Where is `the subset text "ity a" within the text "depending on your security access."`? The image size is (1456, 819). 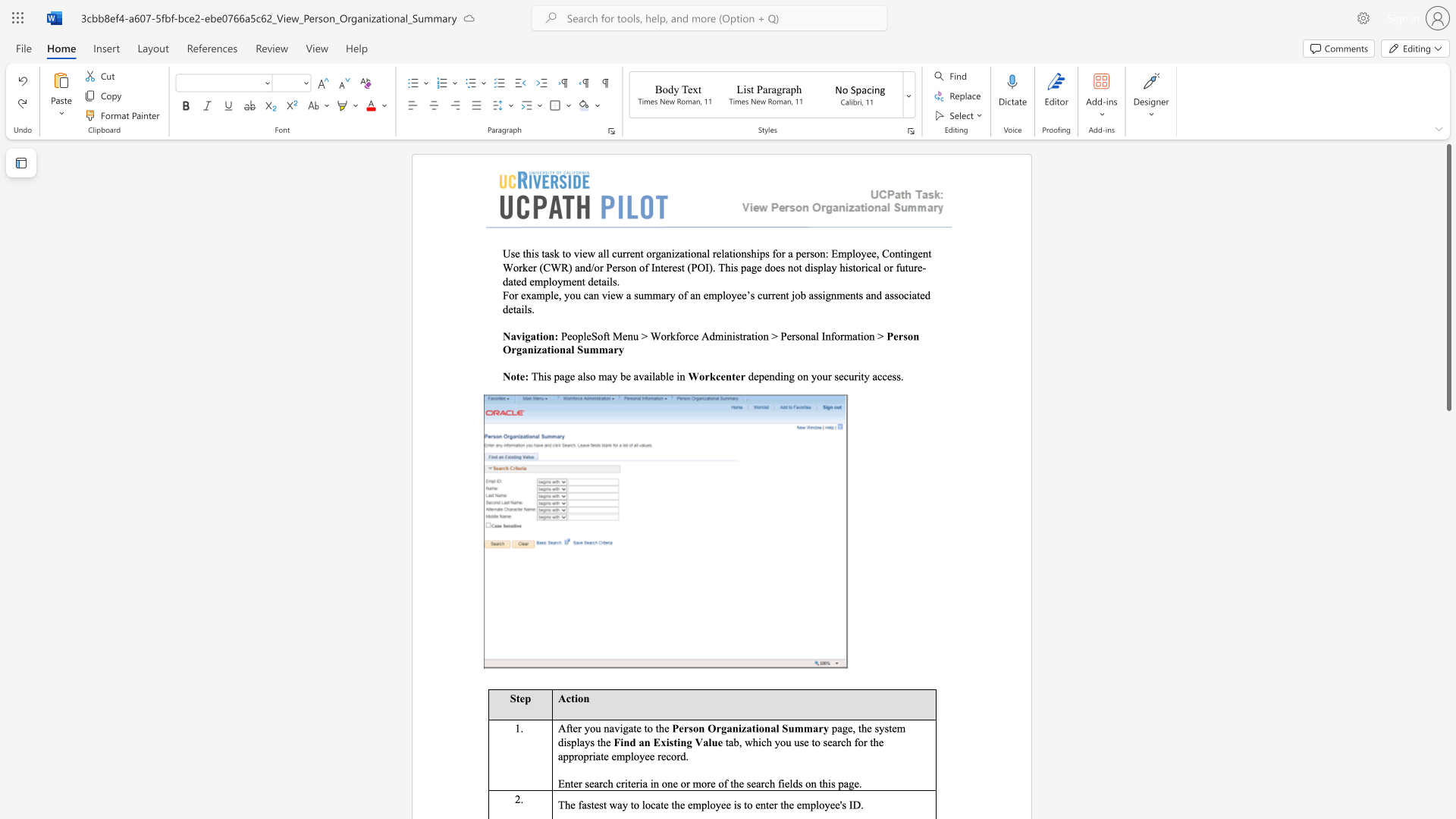
the subset text "ity a" within the text "depending on your security access." is located at coordinates (858, 375).